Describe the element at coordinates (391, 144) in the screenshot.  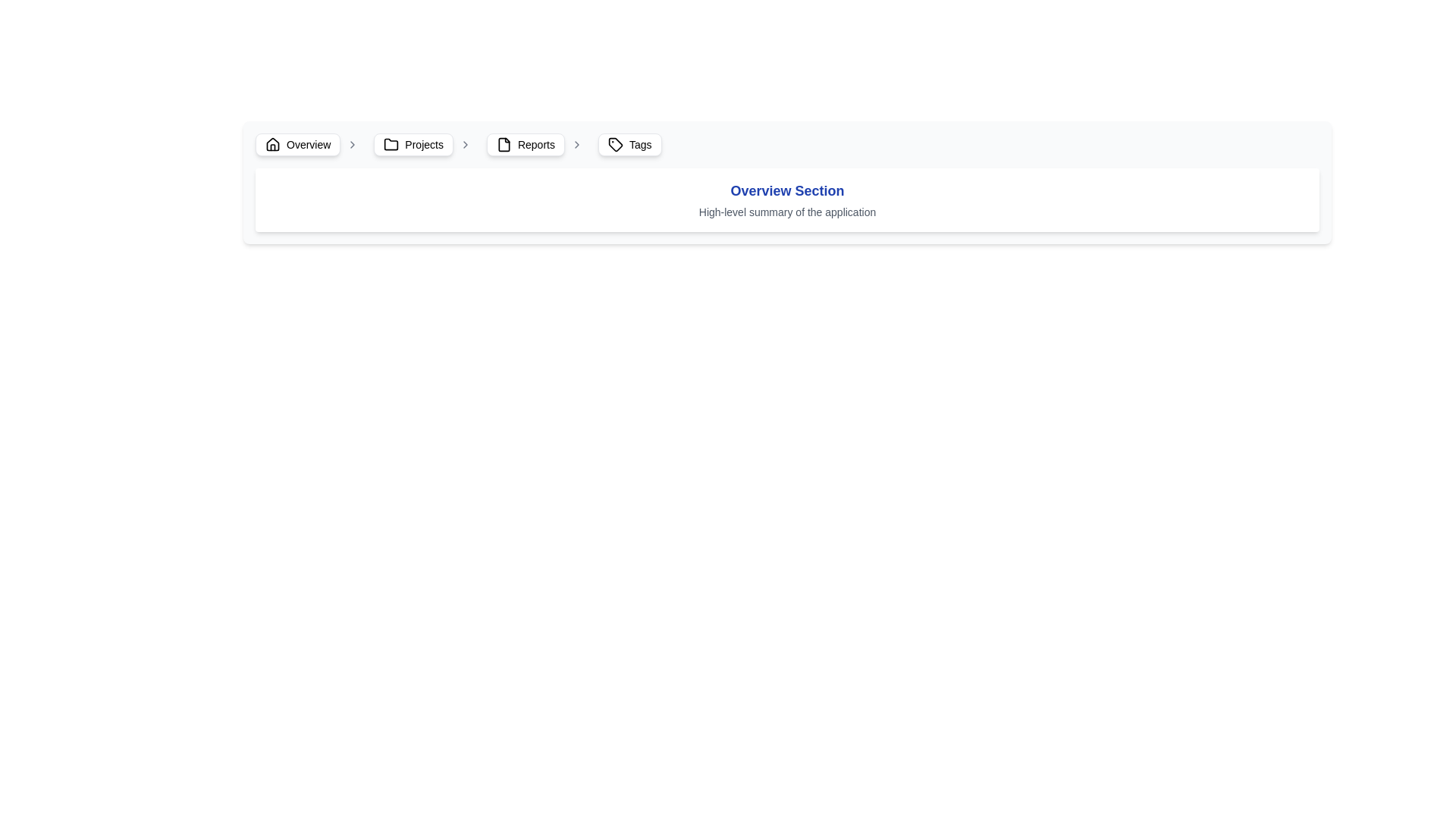
I see `the 'Projects' folder icon located in the navigation breadcrumb bar between the 'Overview' and 'Reports' icons` at that location.